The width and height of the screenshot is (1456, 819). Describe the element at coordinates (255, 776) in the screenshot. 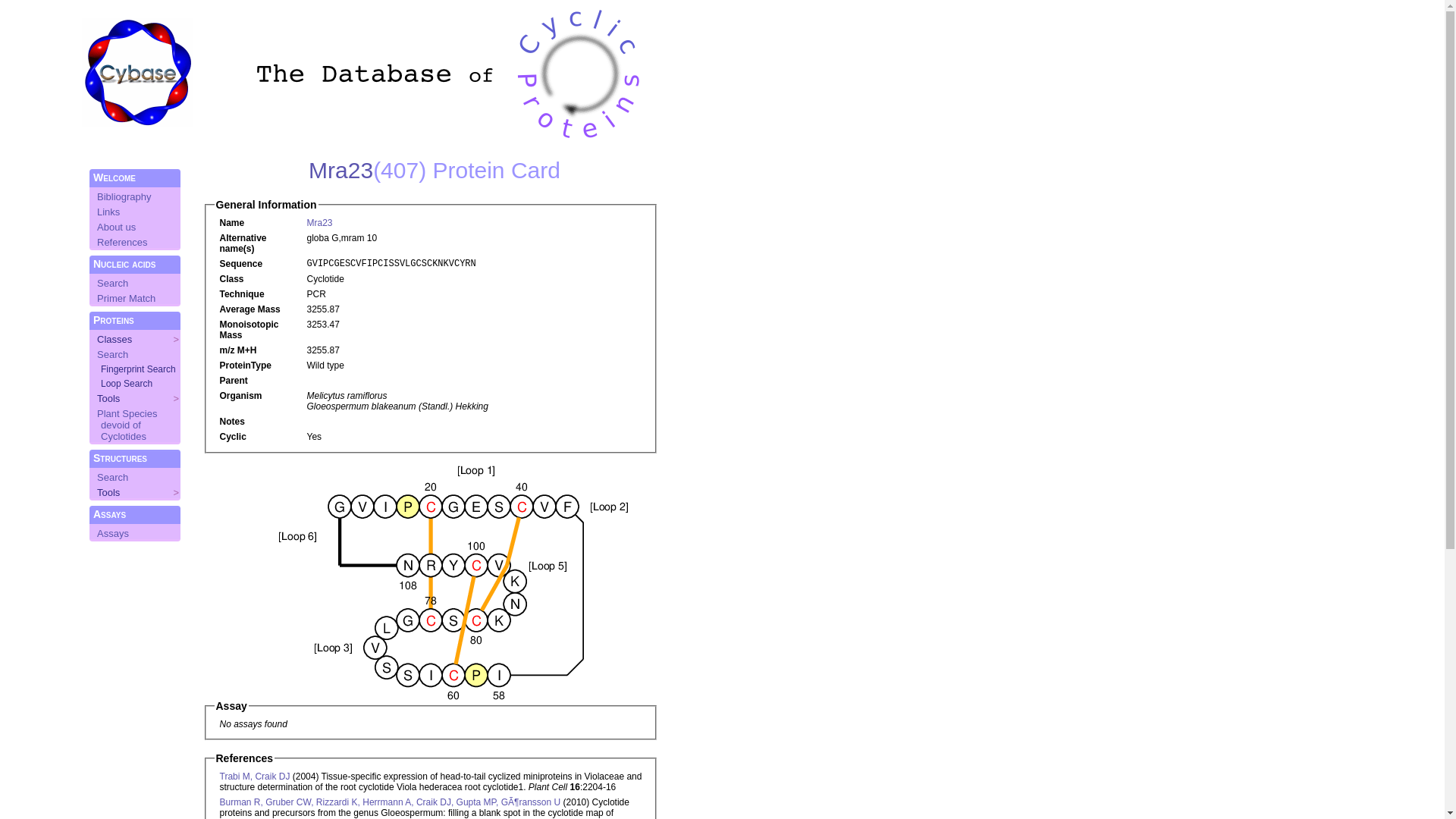

I see `'Trabi M, Craik DJ'` at that location.